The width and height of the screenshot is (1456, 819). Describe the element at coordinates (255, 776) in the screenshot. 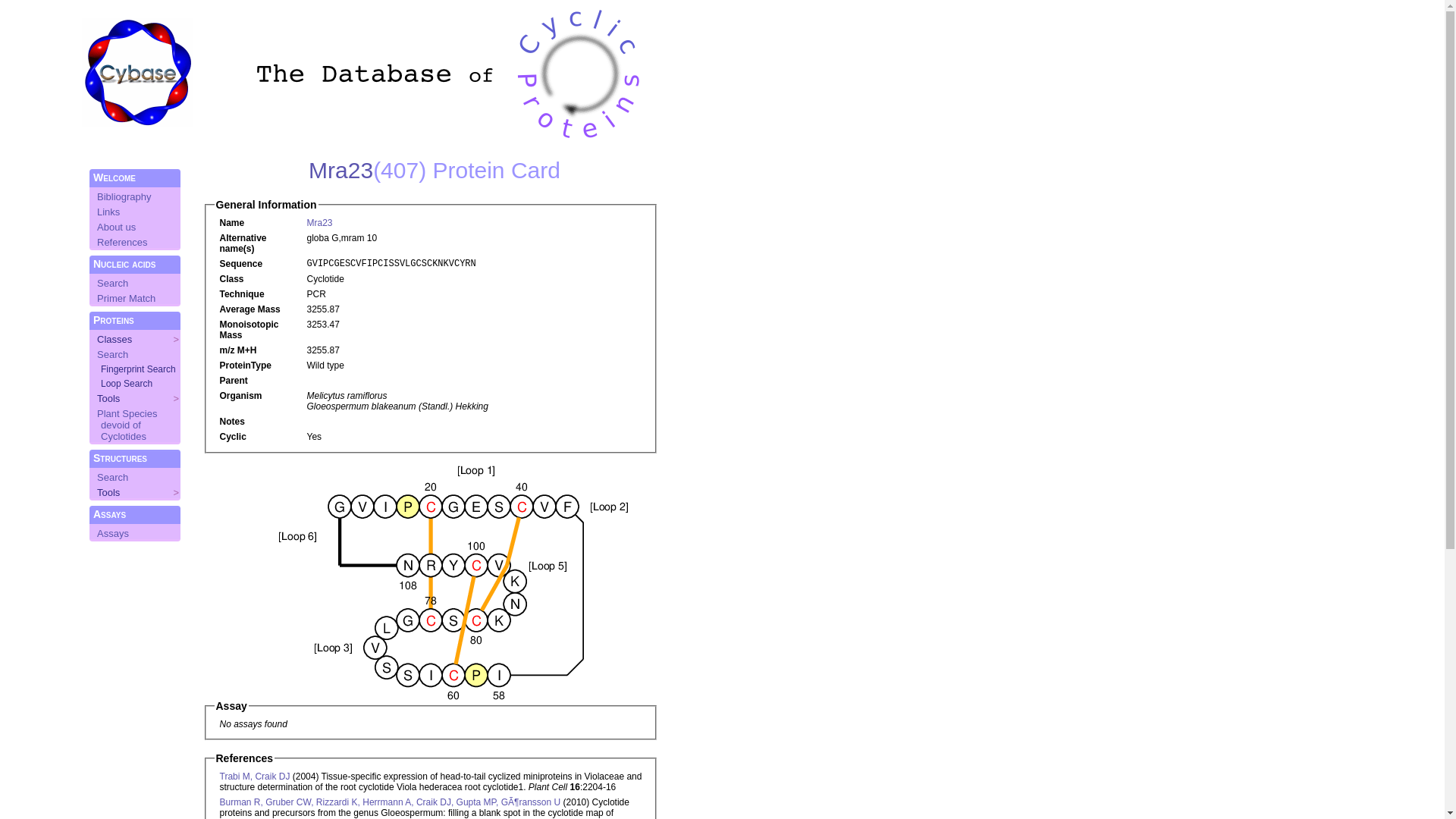

I see `'Trabi M, Craik DJ'` at that location.